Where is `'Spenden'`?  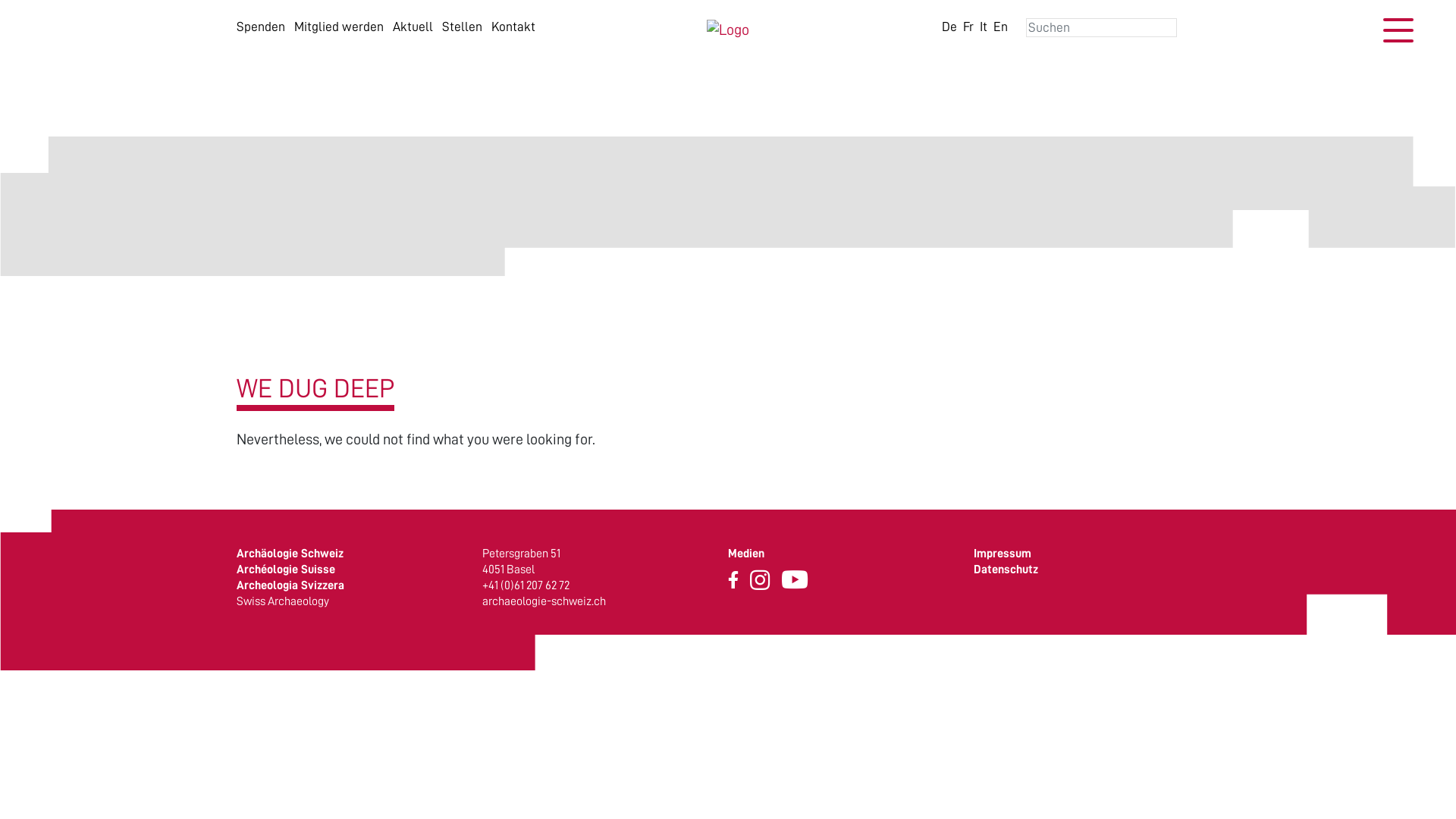
'Spenden' is located at coordinates (261, 26).